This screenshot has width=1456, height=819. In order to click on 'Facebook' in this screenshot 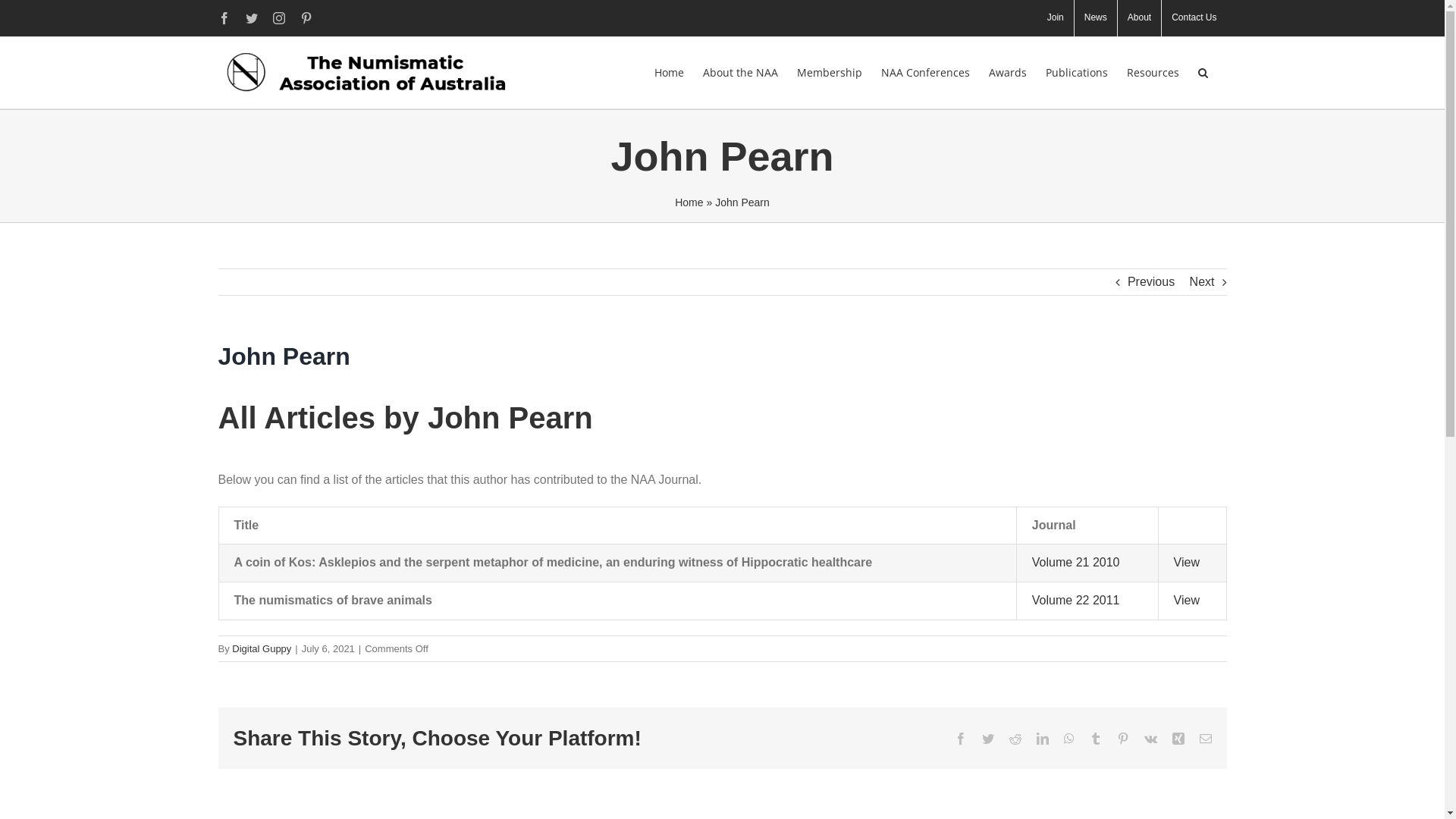, I will do `click(959, 738)`.